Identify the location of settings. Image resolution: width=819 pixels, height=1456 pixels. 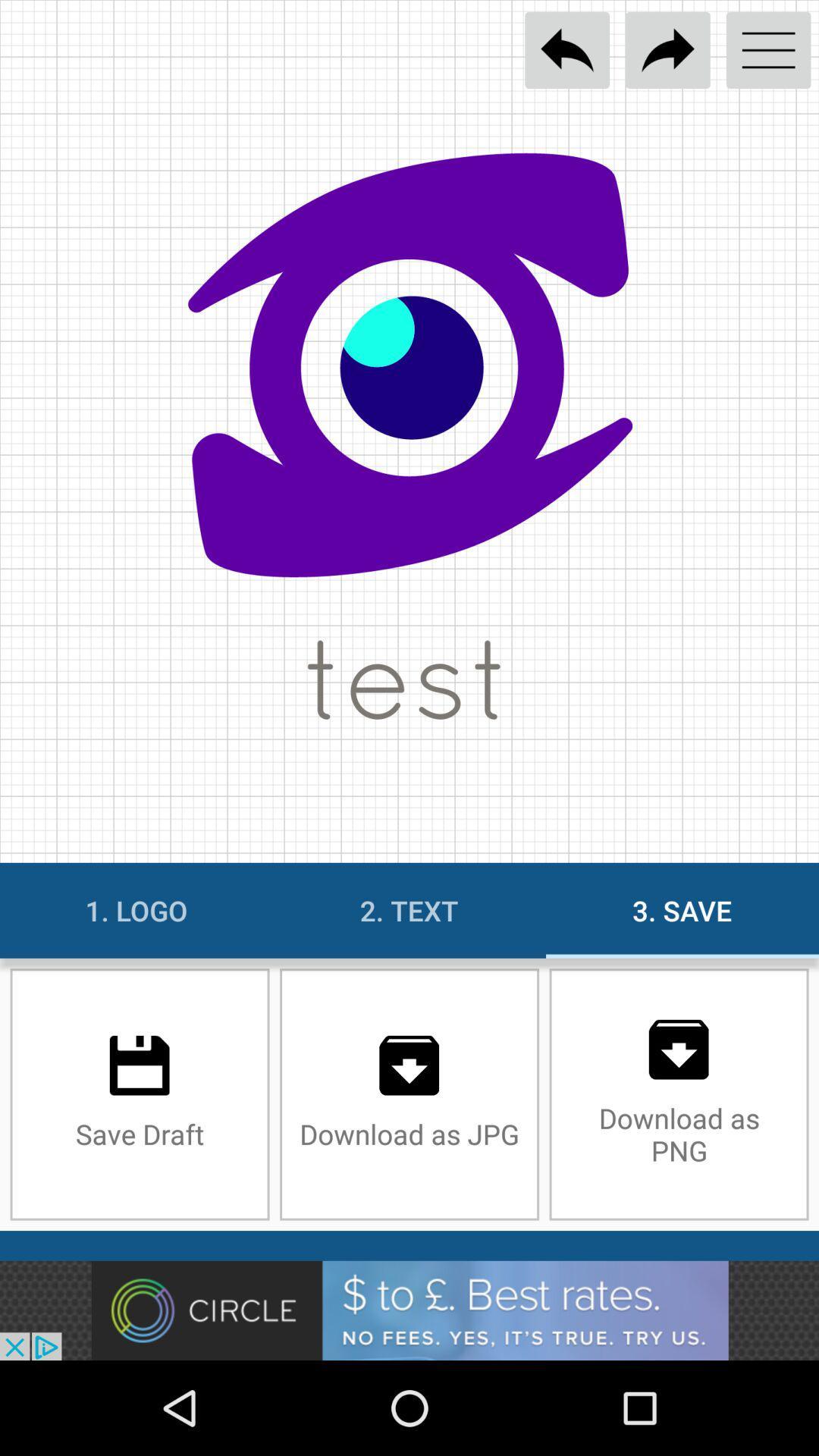
(768, 50).